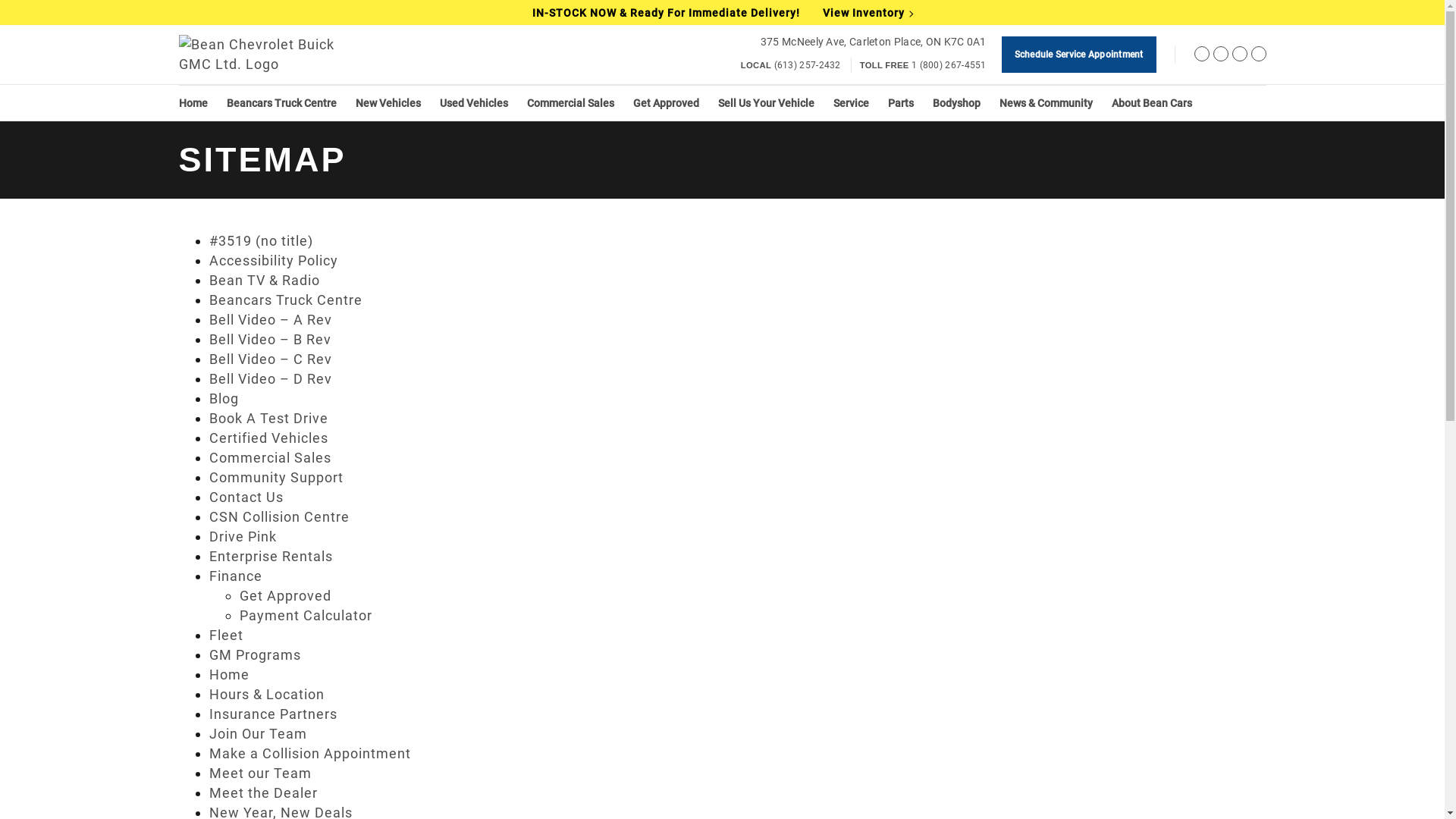  What do you see at coordinates (569, 102) in the screenshot?
I see `'Commercial Sales'` at bounding box center [569, 102].